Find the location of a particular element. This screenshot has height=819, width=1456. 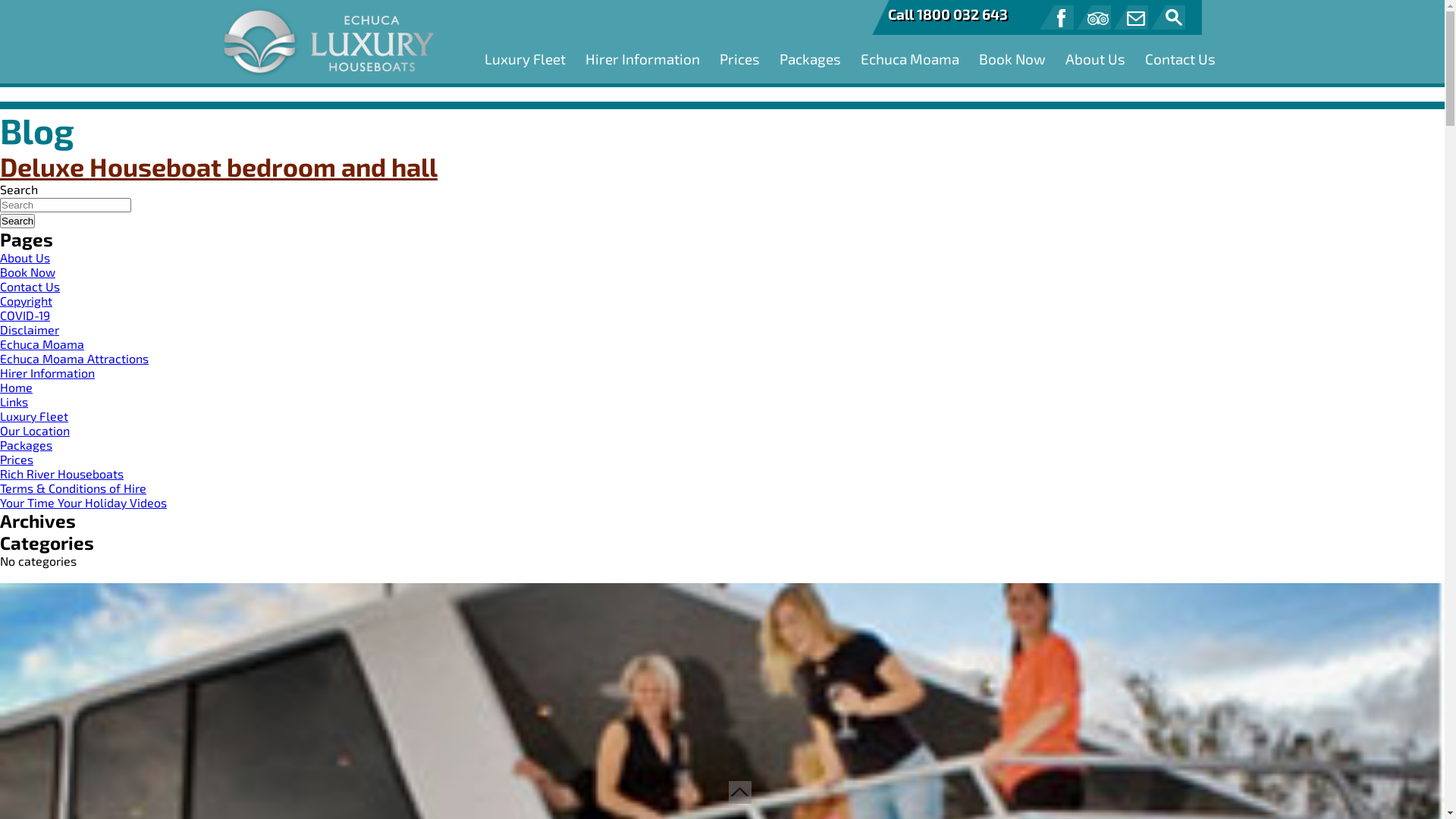

'Copyright' is located at coordinates (26, 300).